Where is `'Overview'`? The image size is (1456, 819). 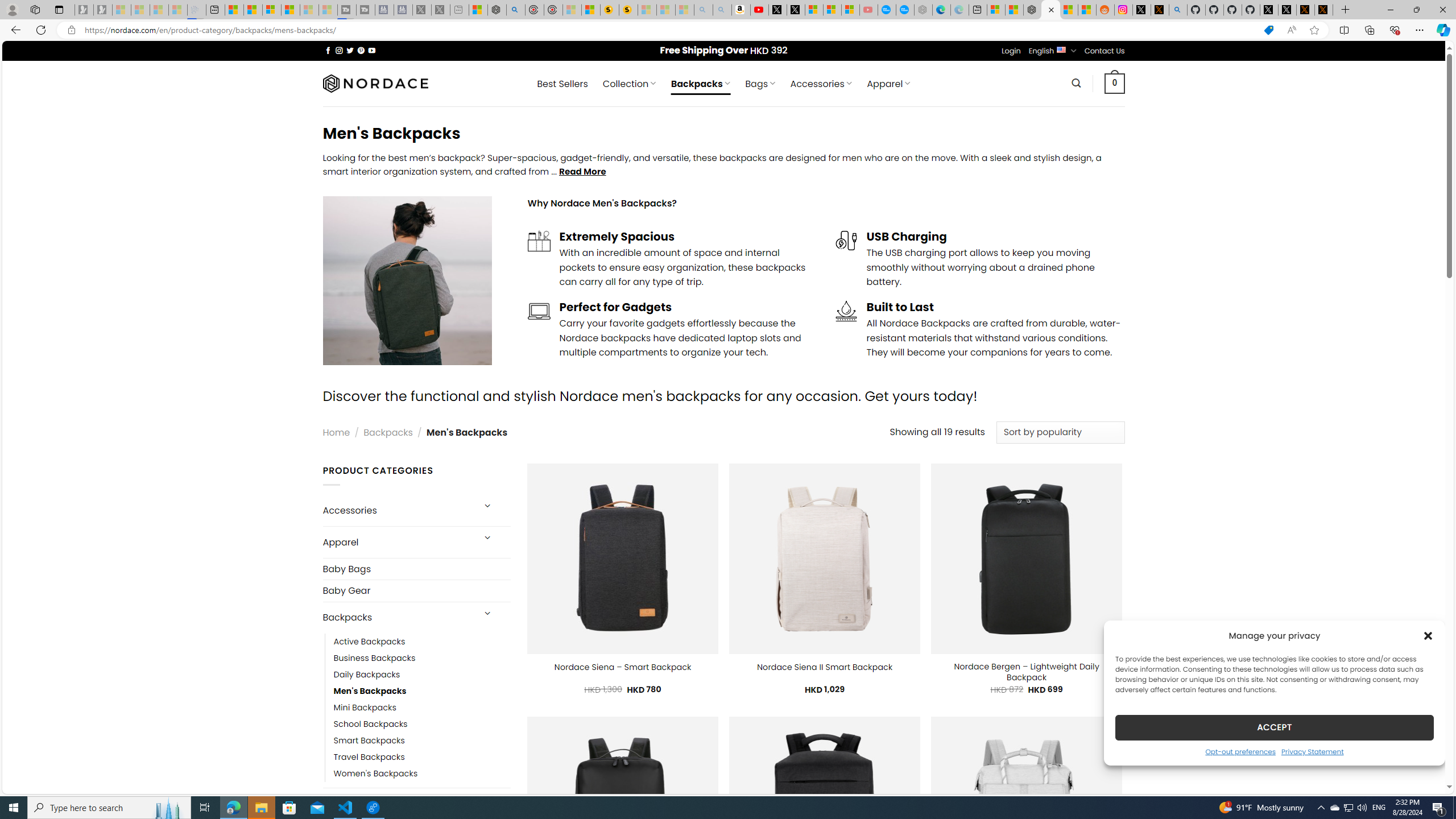 'Overview' is located at coordinates (271, 9).